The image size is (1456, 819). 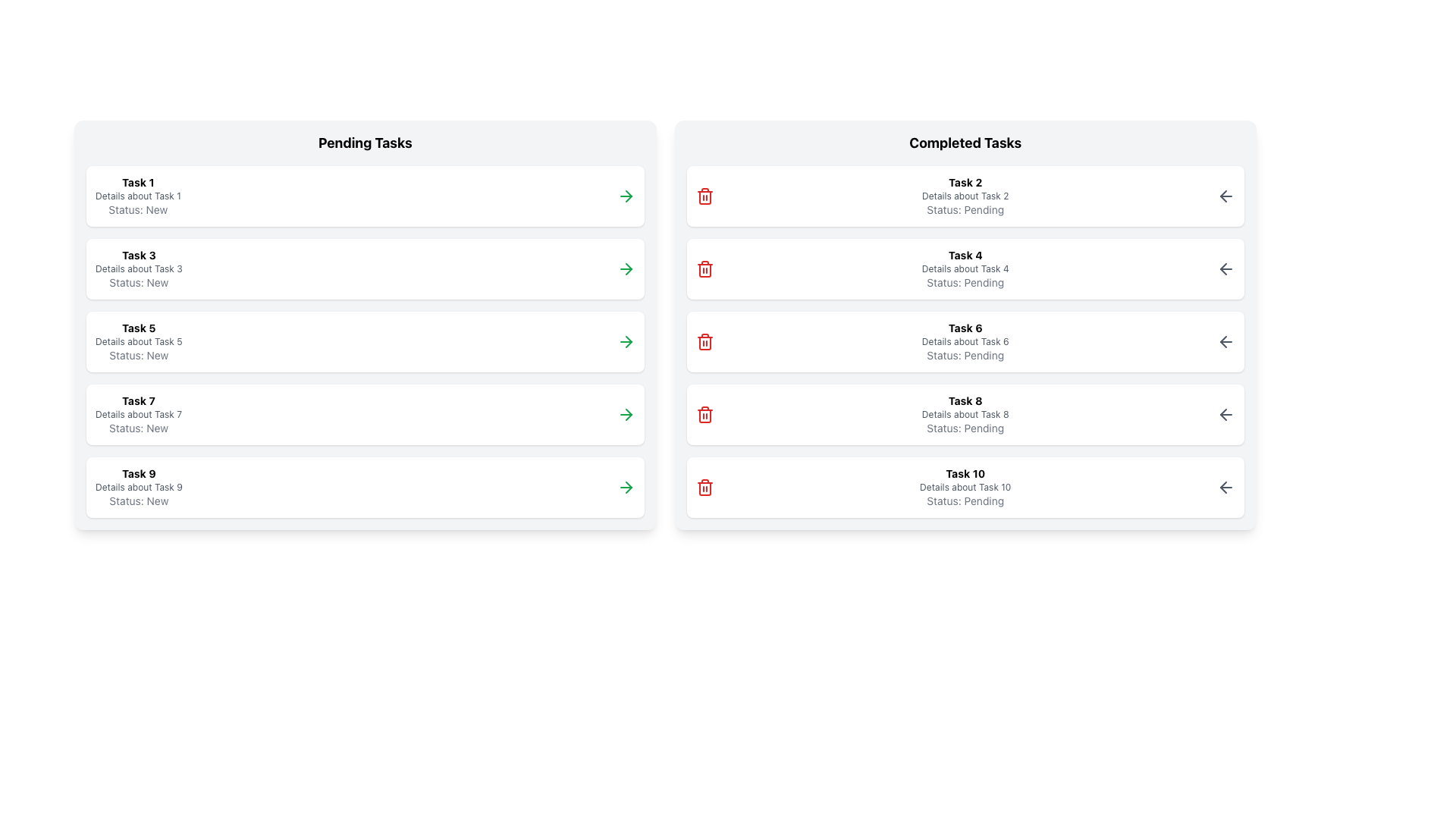 What do you see at coordinates (1223, 268) in the screenshot?
I see `the leftward arrow SVG icon located in the 'Completed Tasks' column of 'Task 4' card` at bounding box center [1223, 268].